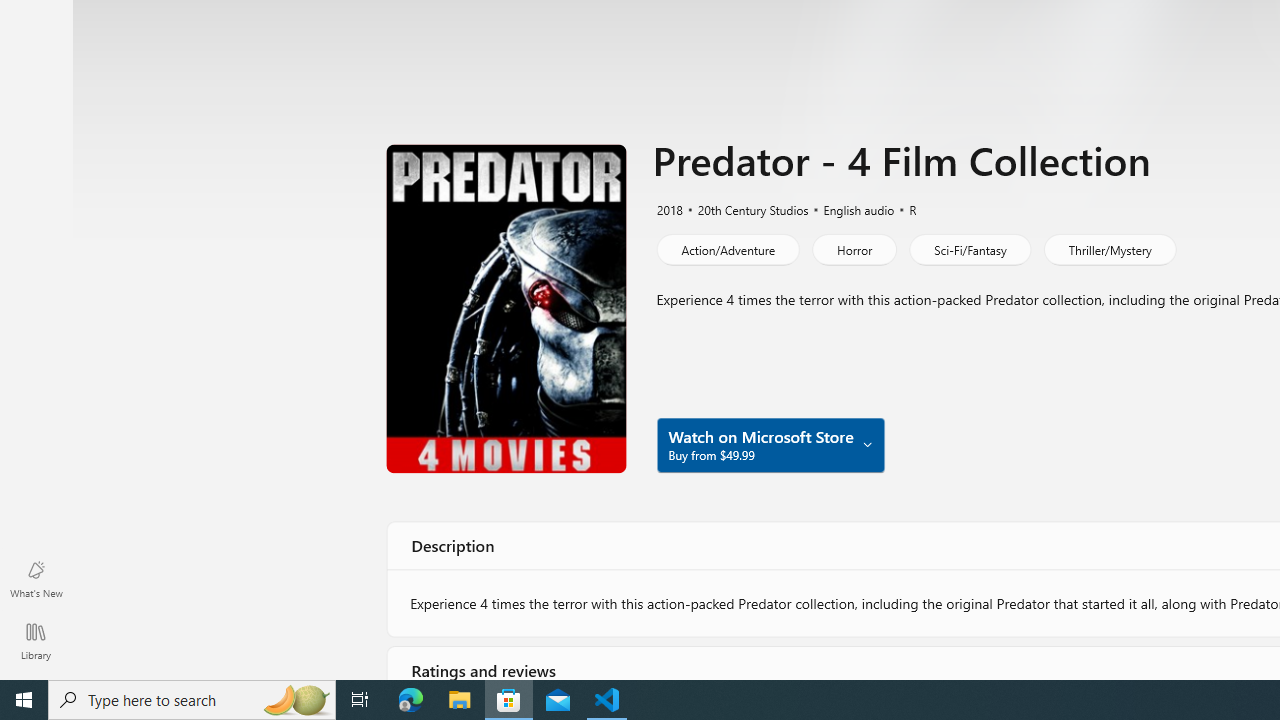  Describe the element at coordinates (969, 248) in the screenshot. I see `'Sci-Fi/Fantasy'` at that location.